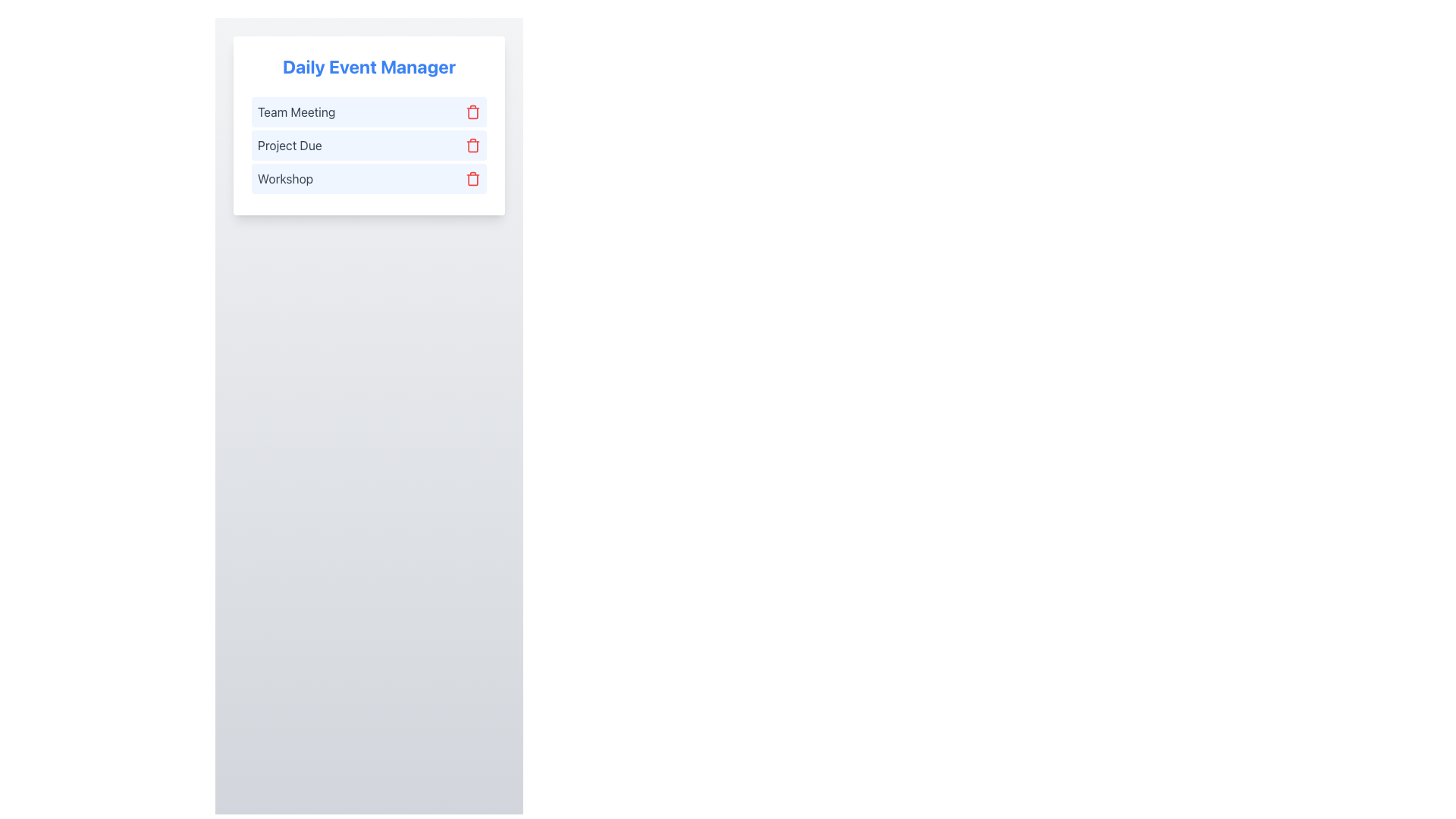 Image resolution: width=1456 pixels, height=819 pixels. Describe the element at coordinates (472, 111) in the screenshot. I see `the red trash can icon located to the right of the 'Team Meeting' text` at that location.